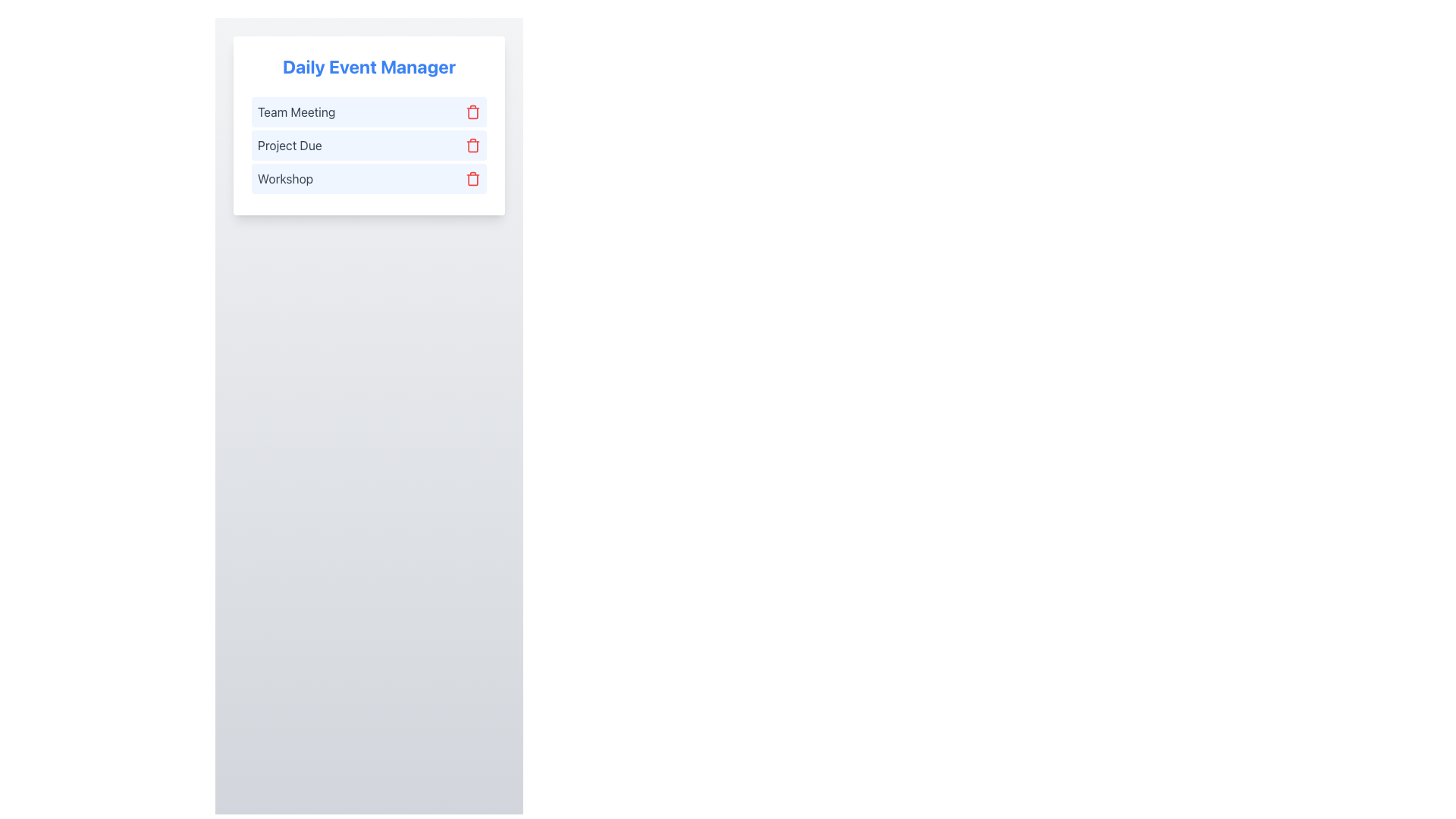 Image resolution: width=1456 pixels, height=819 pixels. Describe the element at coordinates (472, 111) in the screenshot. I see `the red trash can icon located to the right of the 'Team Meeting' text` at that location.